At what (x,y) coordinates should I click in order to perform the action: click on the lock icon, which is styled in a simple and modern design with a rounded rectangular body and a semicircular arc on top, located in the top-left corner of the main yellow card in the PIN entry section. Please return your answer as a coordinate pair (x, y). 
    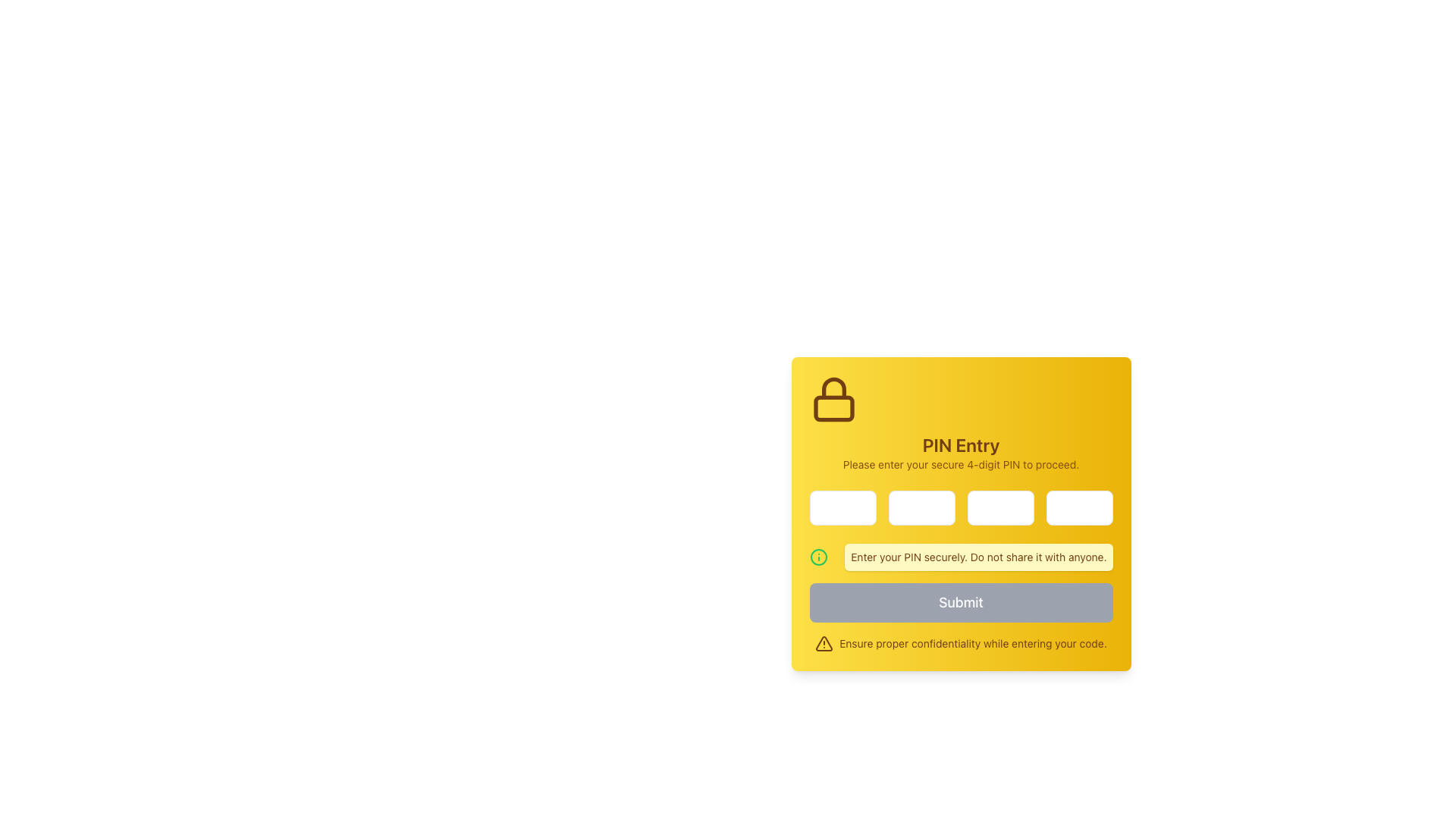
    Looking at the image, I should click on (833, 399).